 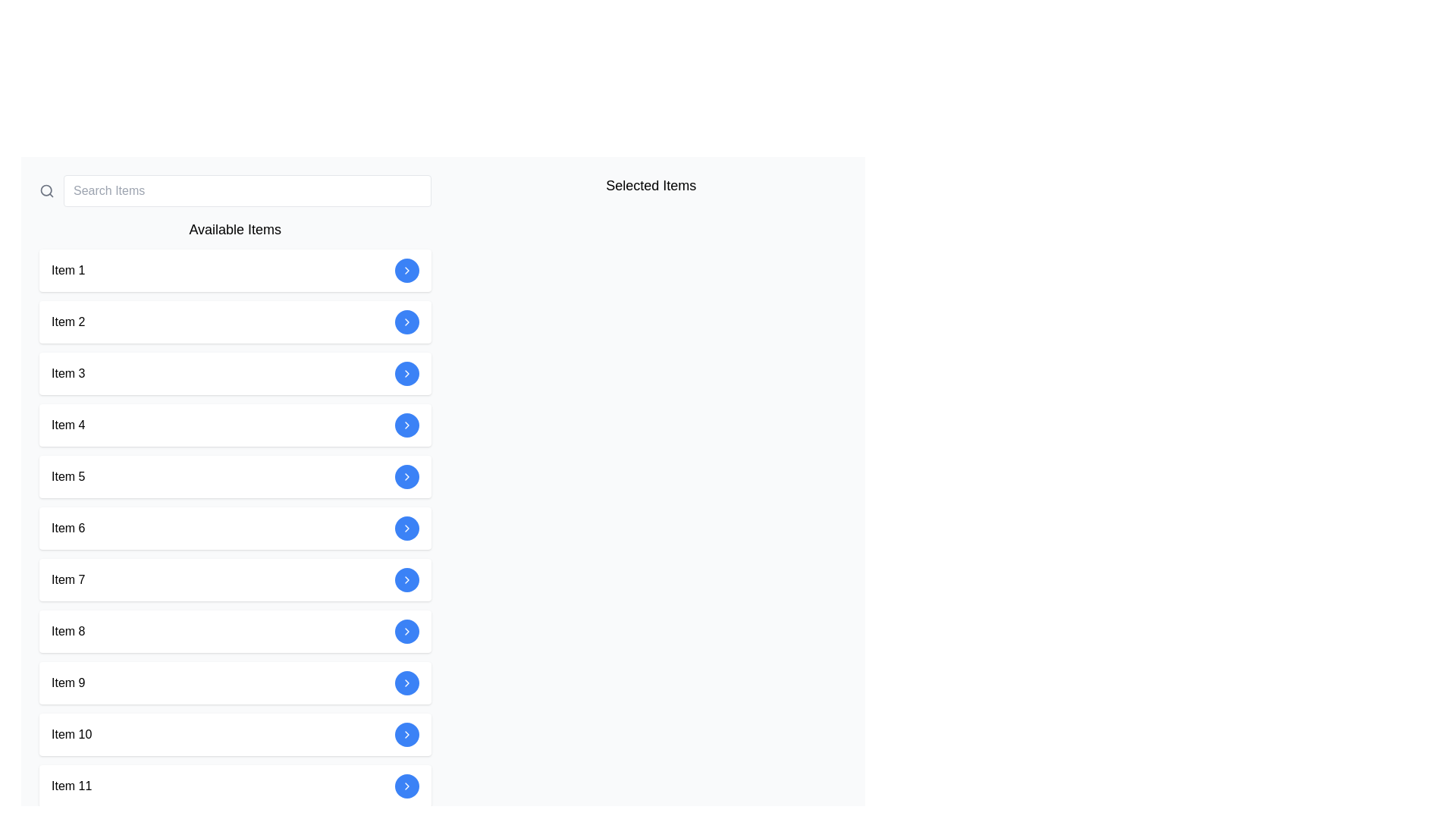 What do you see at coordinates (406, 528) in the screenshot?
I see `the circular blue button containing the chevron icon associated with 'Item 6' under the 'Available Items' section` at bounding box center [406, 528].